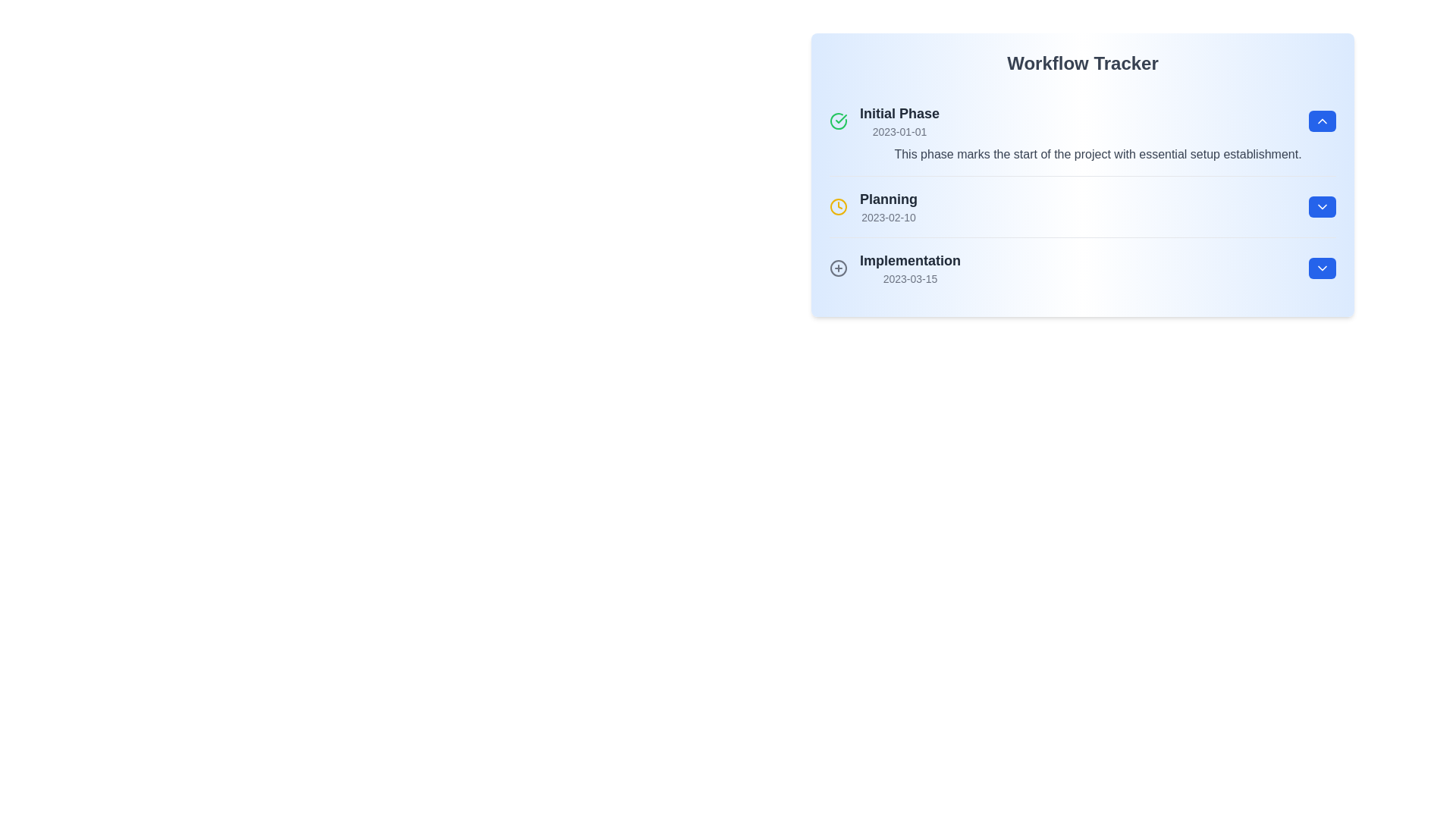  Describe the element at coordinates (910, 278) in the screenshot. I see `the small text label displaying the date '2023-03-15', which is located directly below the 'Implementation' title in the bottom-right region of the interface` at that location.